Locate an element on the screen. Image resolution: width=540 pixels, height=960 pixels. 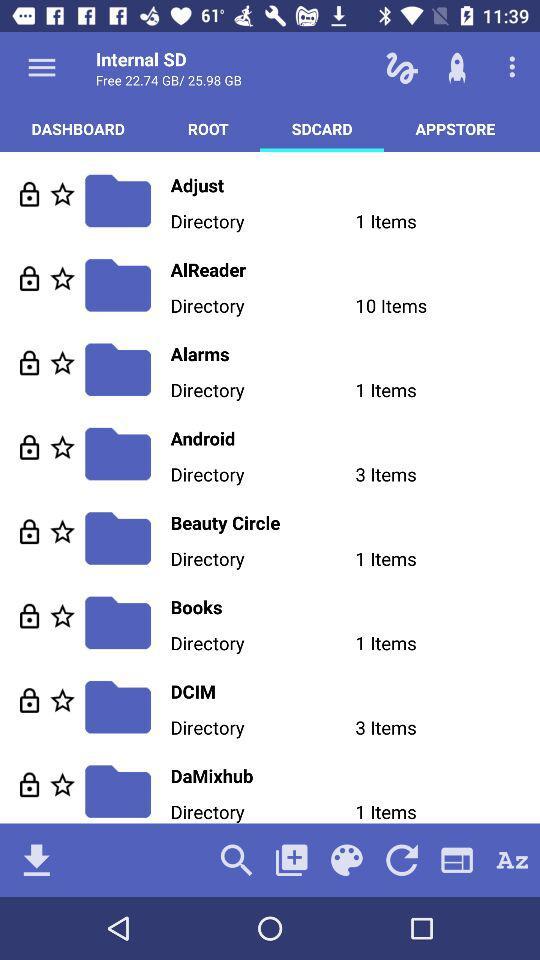
the 10 items is located at coordinates (447, 309).